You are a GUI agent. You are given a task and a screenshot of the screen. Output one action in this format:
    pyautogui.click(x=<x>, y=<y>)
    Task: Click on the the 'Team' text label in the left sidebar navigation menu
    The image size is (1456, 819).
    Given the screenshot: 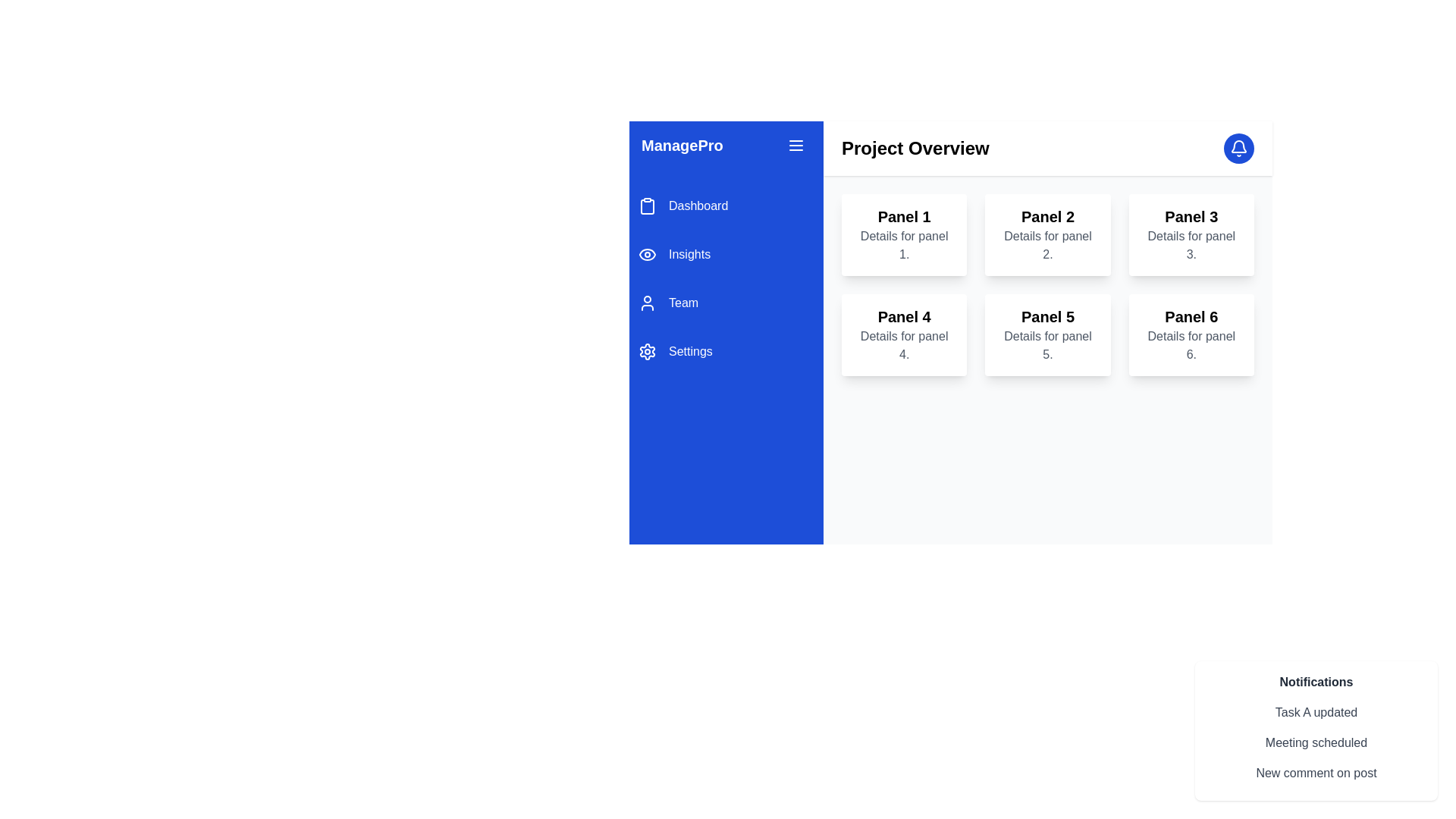 What is the action you would take?
    pyautogui.click(x=682, y=303)
    